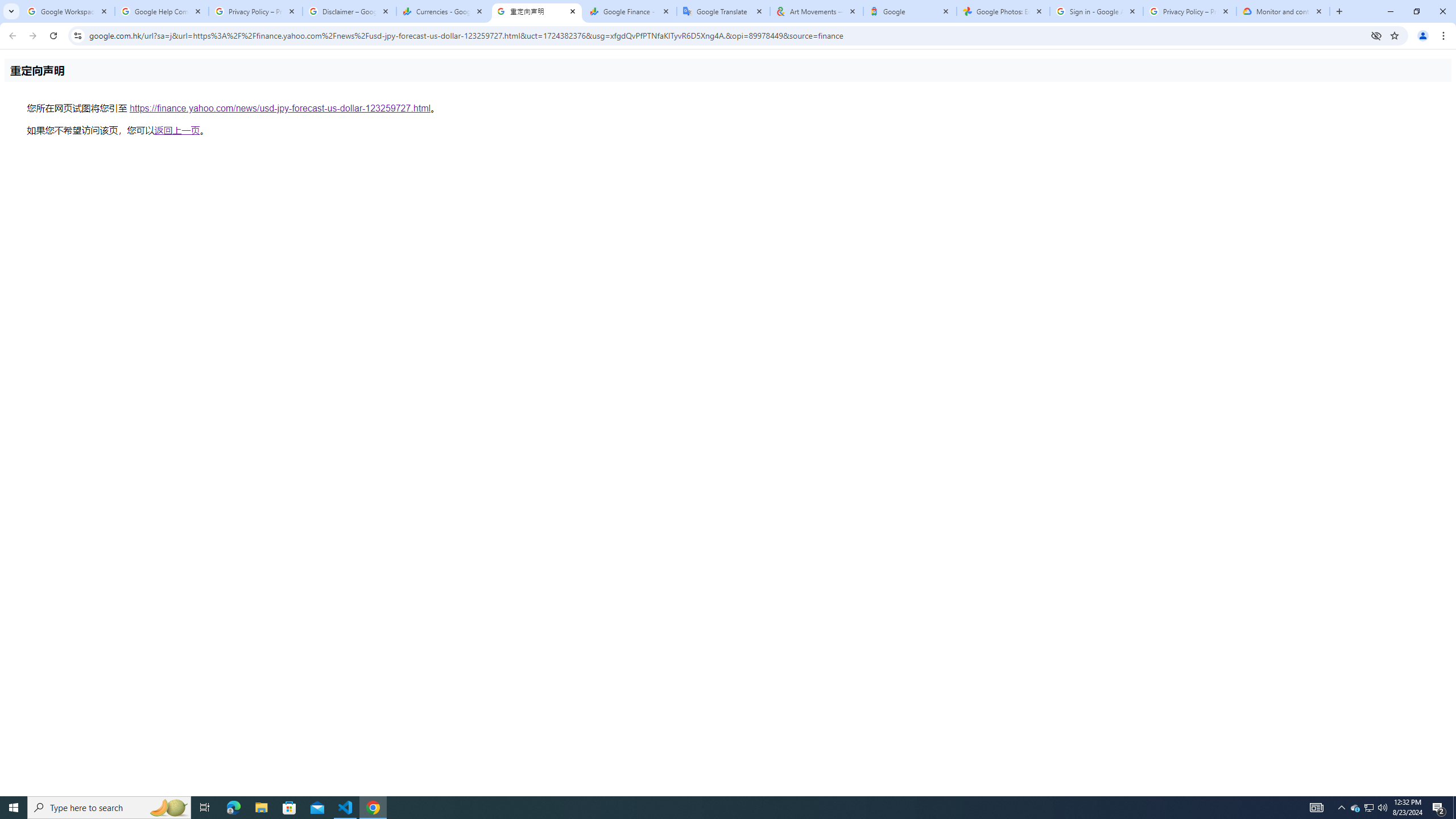 The width and height of the screenshot is (1456, 819). Describe the element at coordinates (67, 11) in the screenshot. I see `'Google Workspace Admin Community'` at that location.